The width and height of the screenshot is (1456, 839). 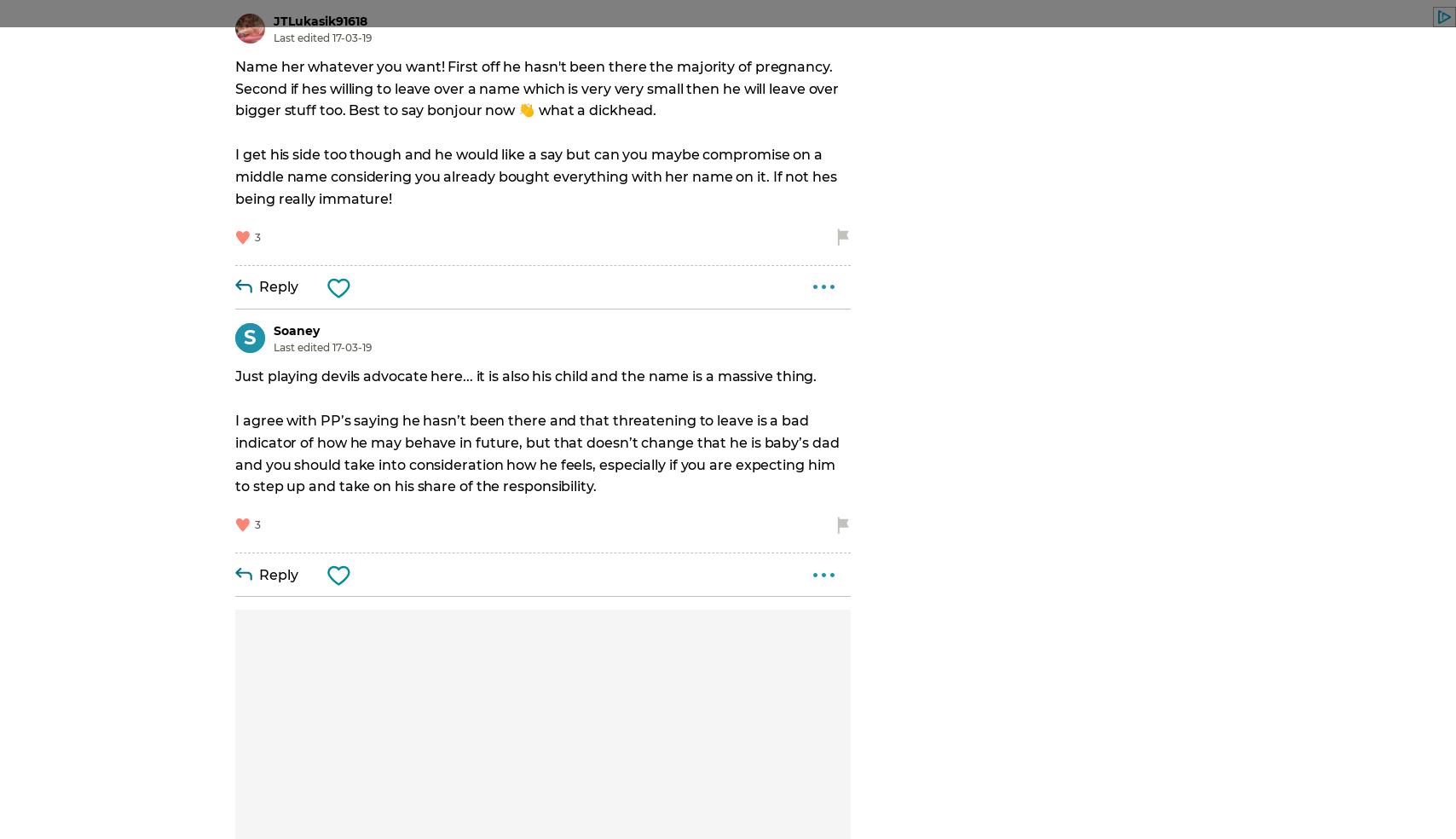 What do you see at coordinates (538, 87) in the screenshot?
I see `'Name her whatever you want! First off he hasn't been there the majority of pregnancy. Second if hes willing to leave over a name which is very very small then he will leave over bigger stuff too. Best to say bonjour now 👋 what a dickhead.'` at bounding box center [538, 87].